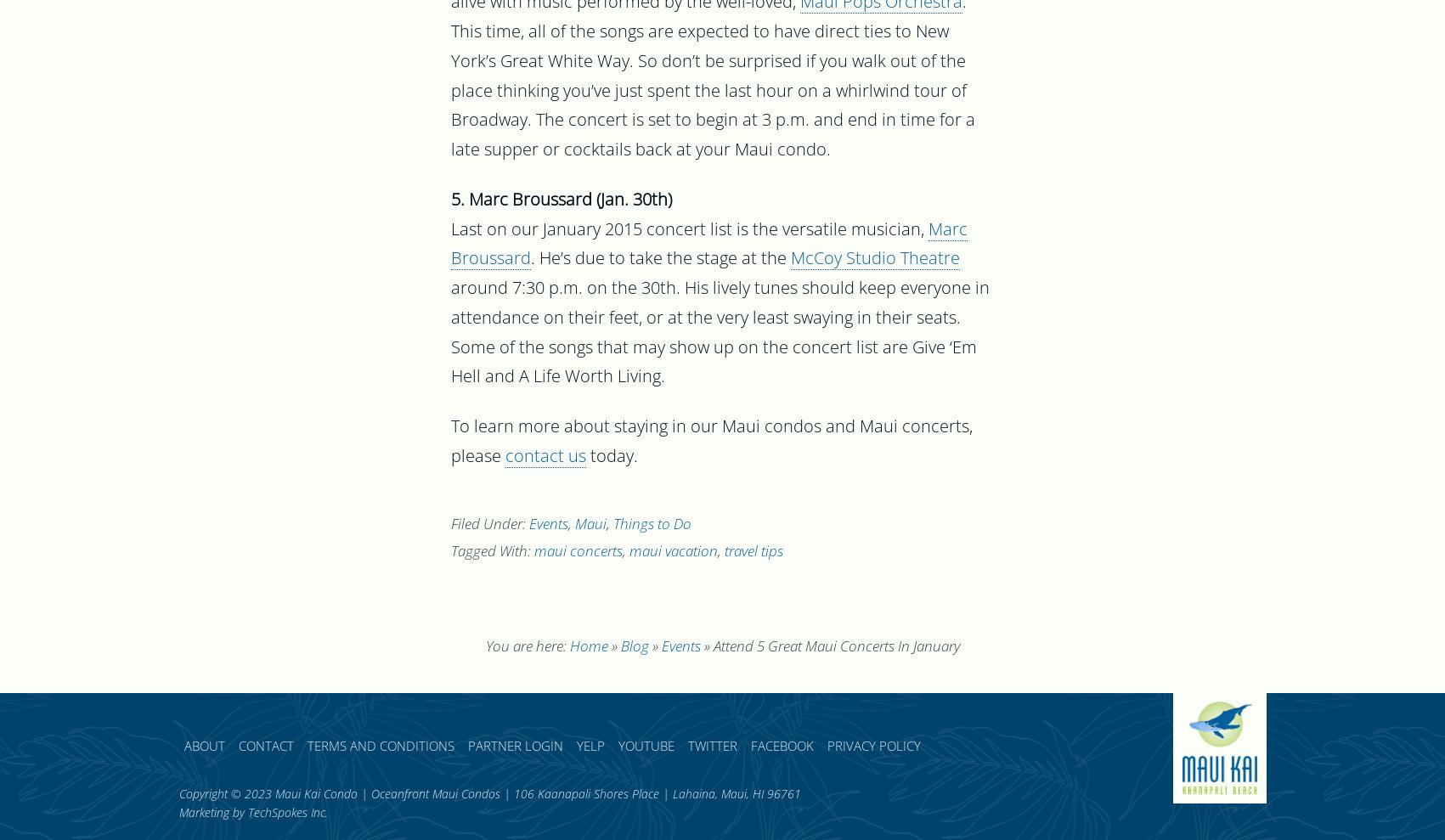 Image resolution: width=1445 pixels, height=840 pixels. What do you see at coordinates (617, 747) in the screenshot?
I see `'YouTube'` at bounding box center [617, 747].